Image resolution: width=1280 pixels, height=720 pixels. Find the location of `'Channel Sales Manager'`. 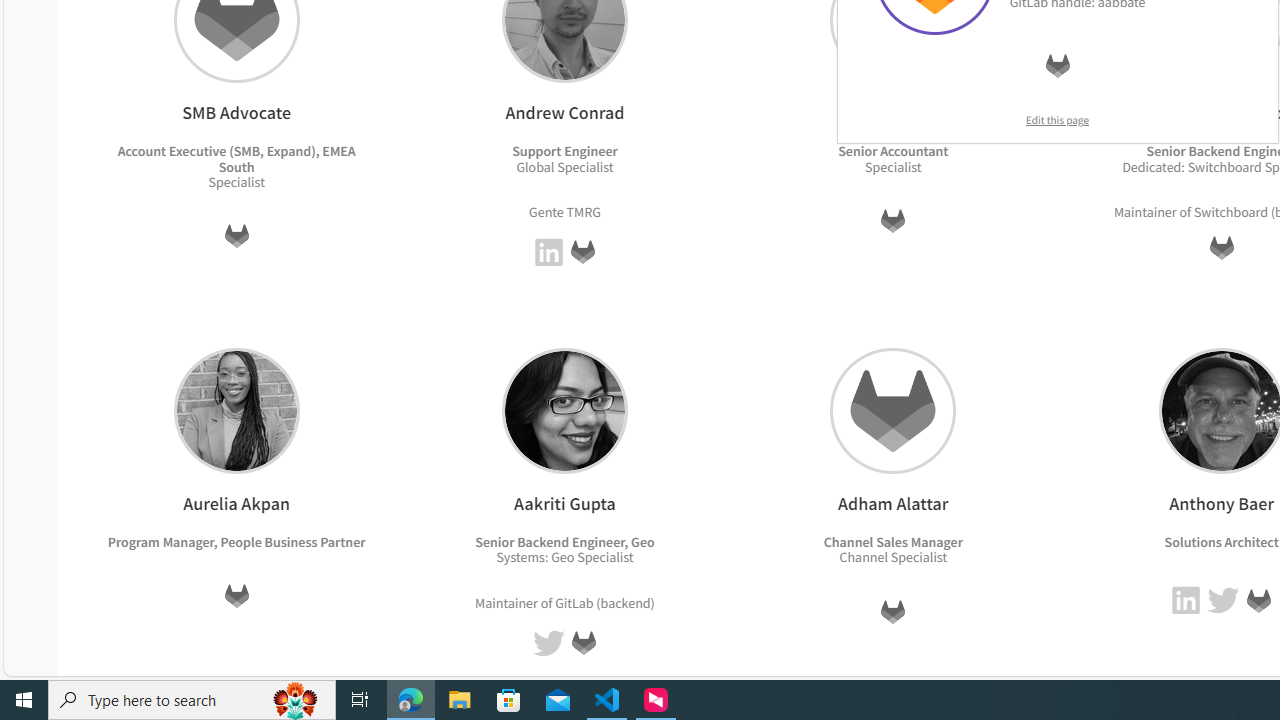

'Channel Sales Manager' is located at coordinates (891, 541).